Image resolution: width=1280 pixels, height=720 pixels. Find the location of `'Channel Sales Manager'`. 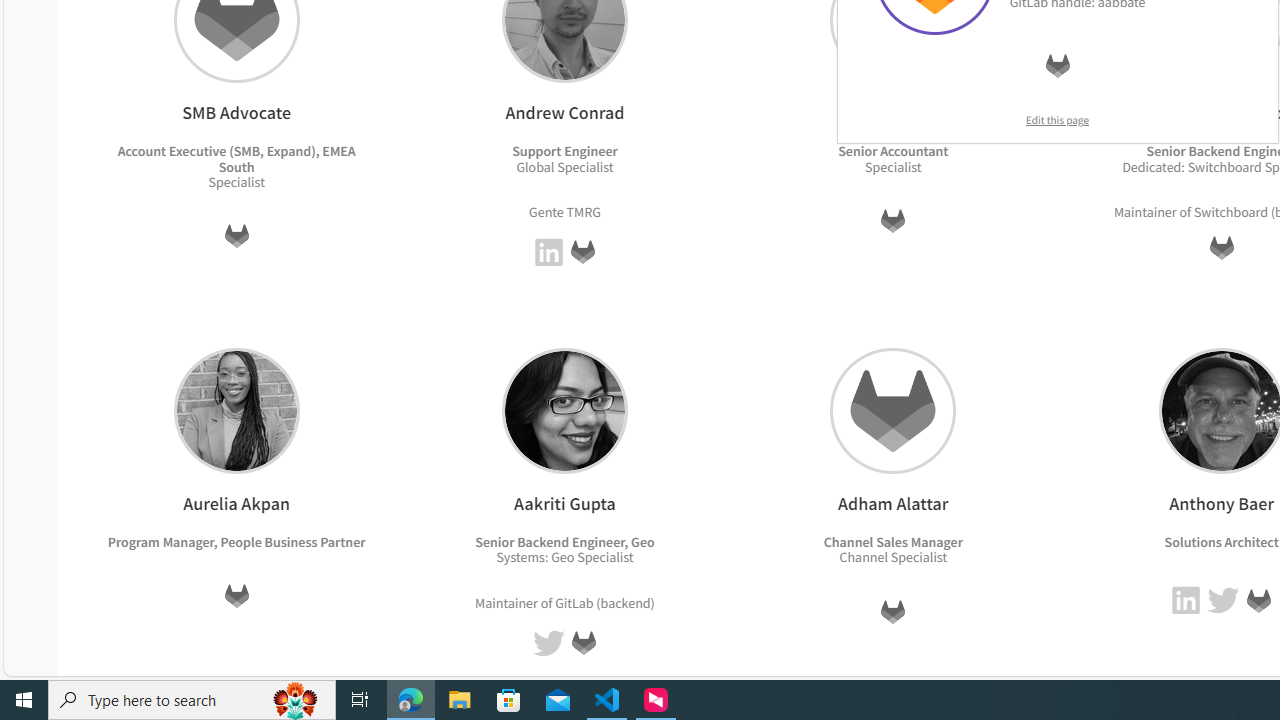

'Channel Sales Manager' is located at coordinates (891, 541).